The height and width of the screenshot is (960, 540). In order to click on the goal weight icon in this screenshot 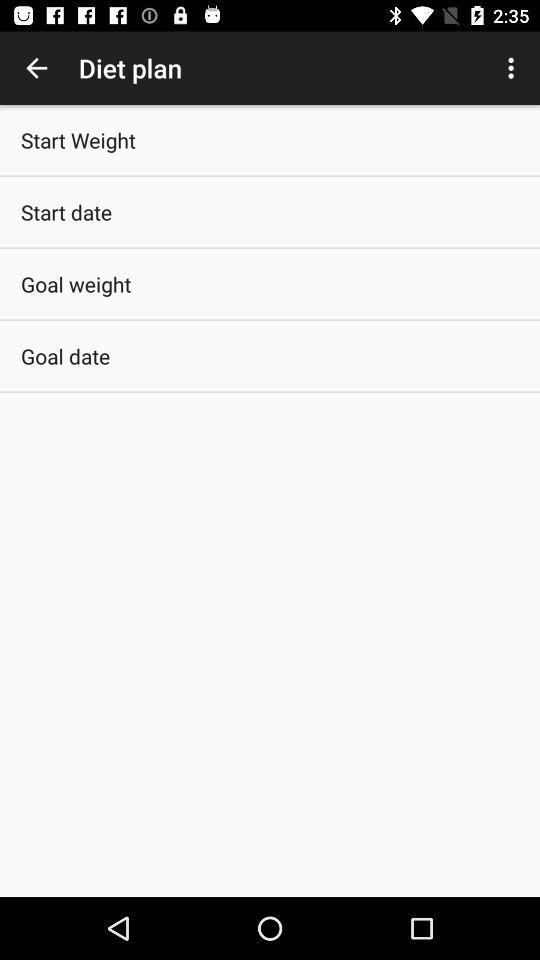, I will do `click(75, 283)`.